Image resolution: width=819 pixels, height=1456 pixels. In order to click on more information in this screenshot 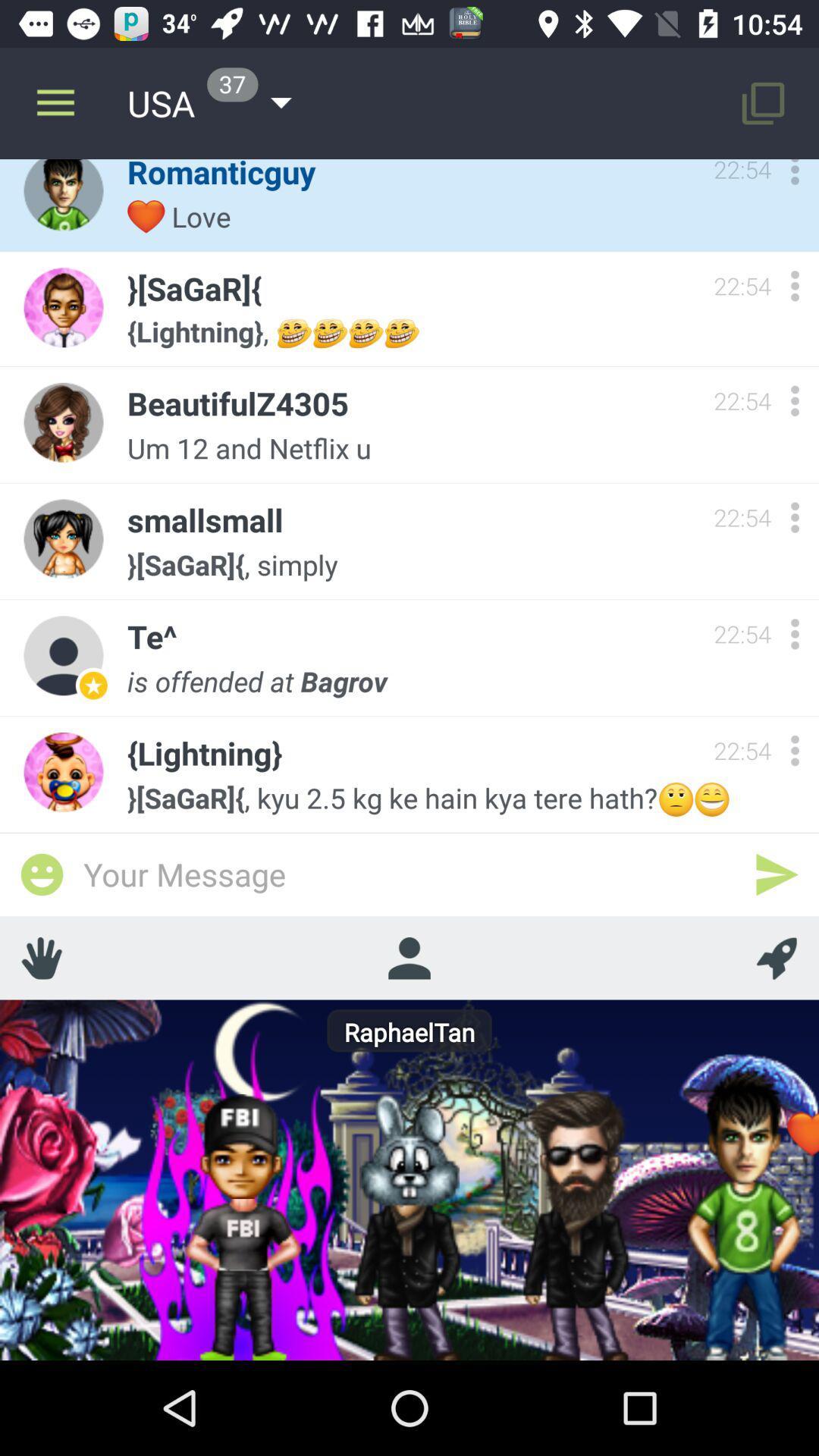, I will do `click(794, 750)`.